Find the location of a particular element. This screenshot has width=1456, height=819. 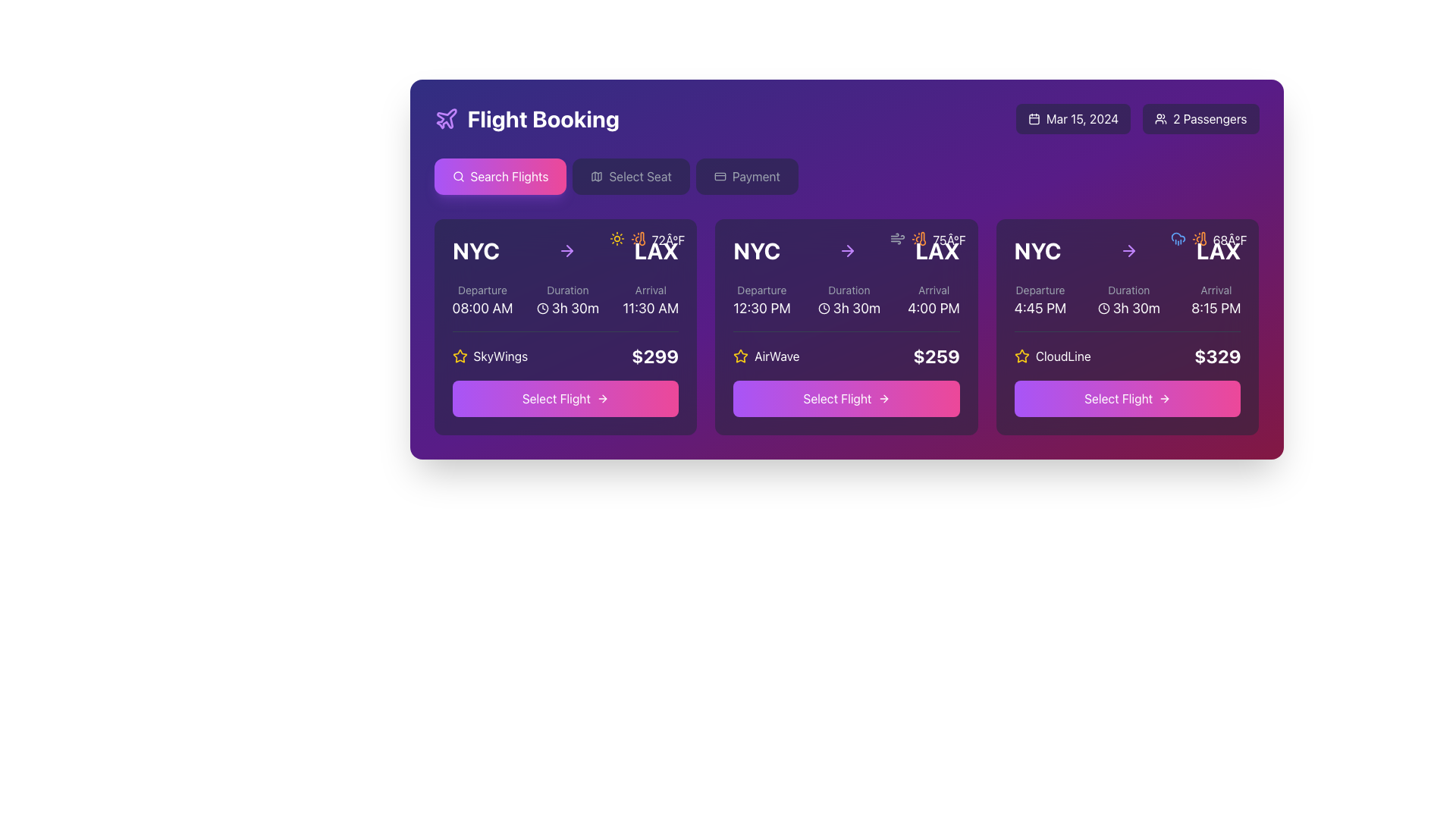

the static text displaying the temperature and weather conditions for the flight from 'NYC' to 'LAX', located in the top-right corner of the flight card is located at coordinates (927, 239).